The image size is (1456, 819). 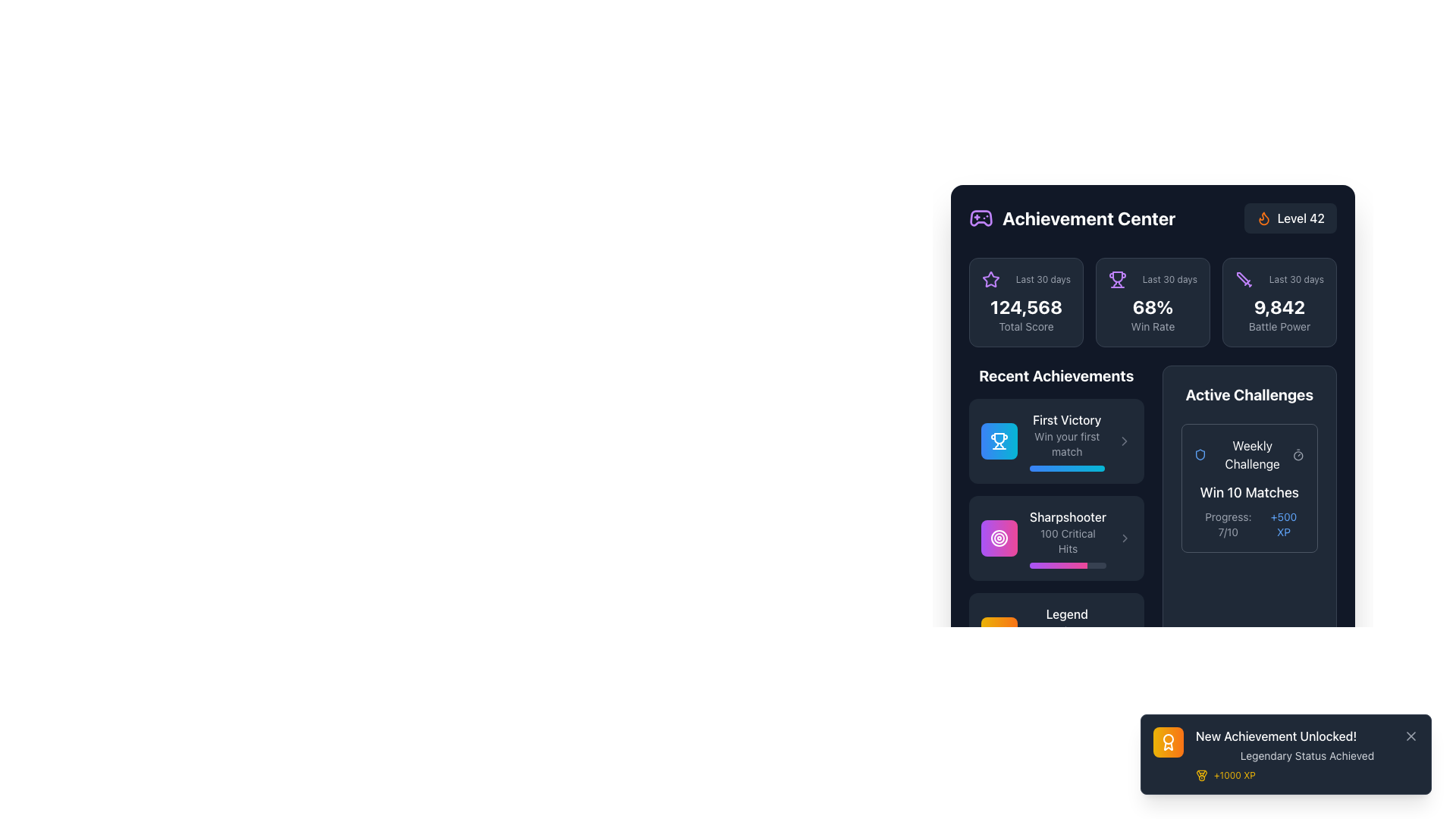 What do you see at coordinates (1279, 280) in the screenshot?
I see `the 'Last 30 days' text label with a sword icon, which is located in the top section of a card displaying metrics` at bounding box center [1279, 280].